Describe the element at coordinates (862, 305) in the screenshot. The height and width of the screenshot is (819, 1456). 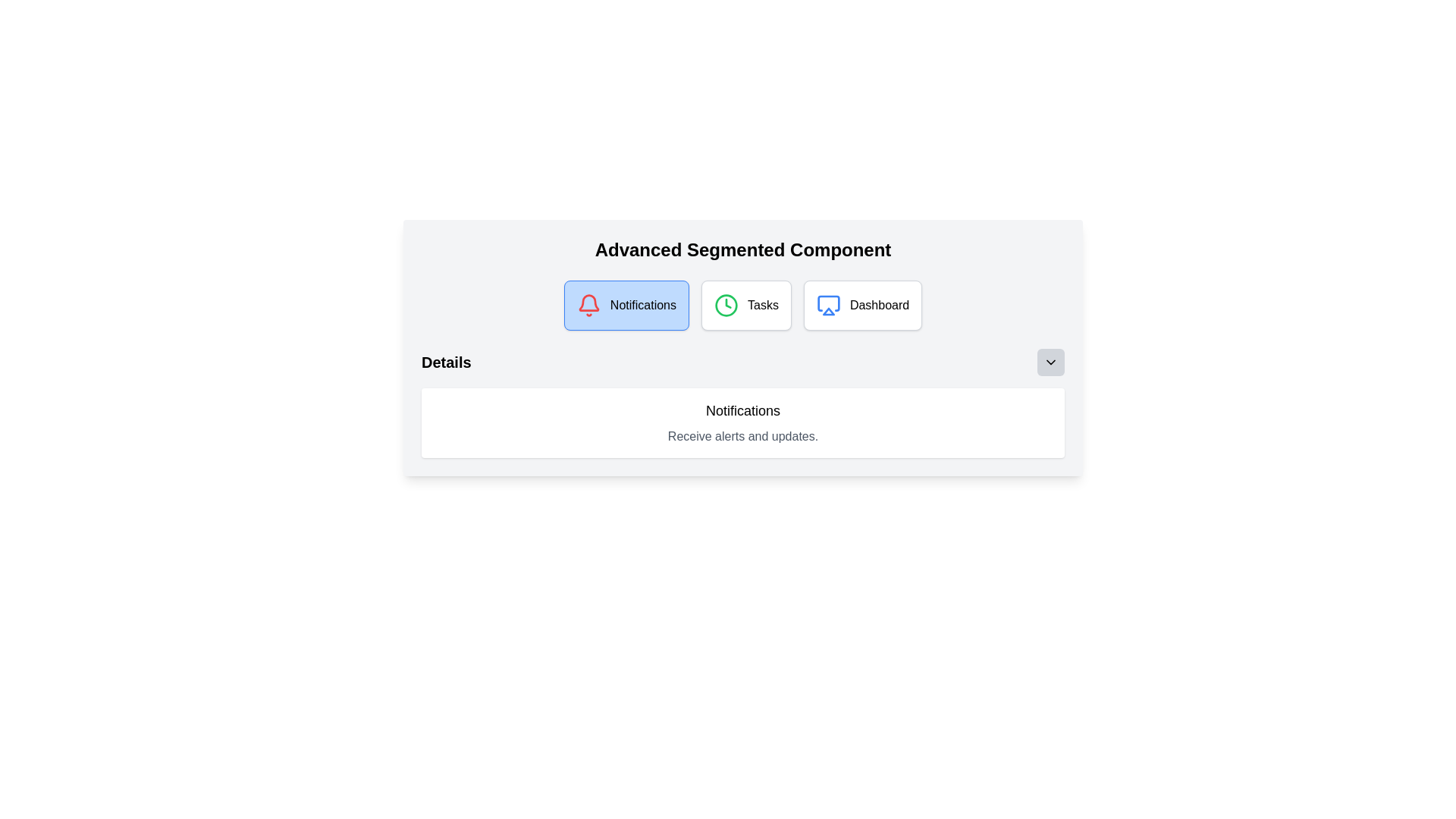
I see `the 'Dashboard' button with a white background, gray border, and blue display icon` at that location.